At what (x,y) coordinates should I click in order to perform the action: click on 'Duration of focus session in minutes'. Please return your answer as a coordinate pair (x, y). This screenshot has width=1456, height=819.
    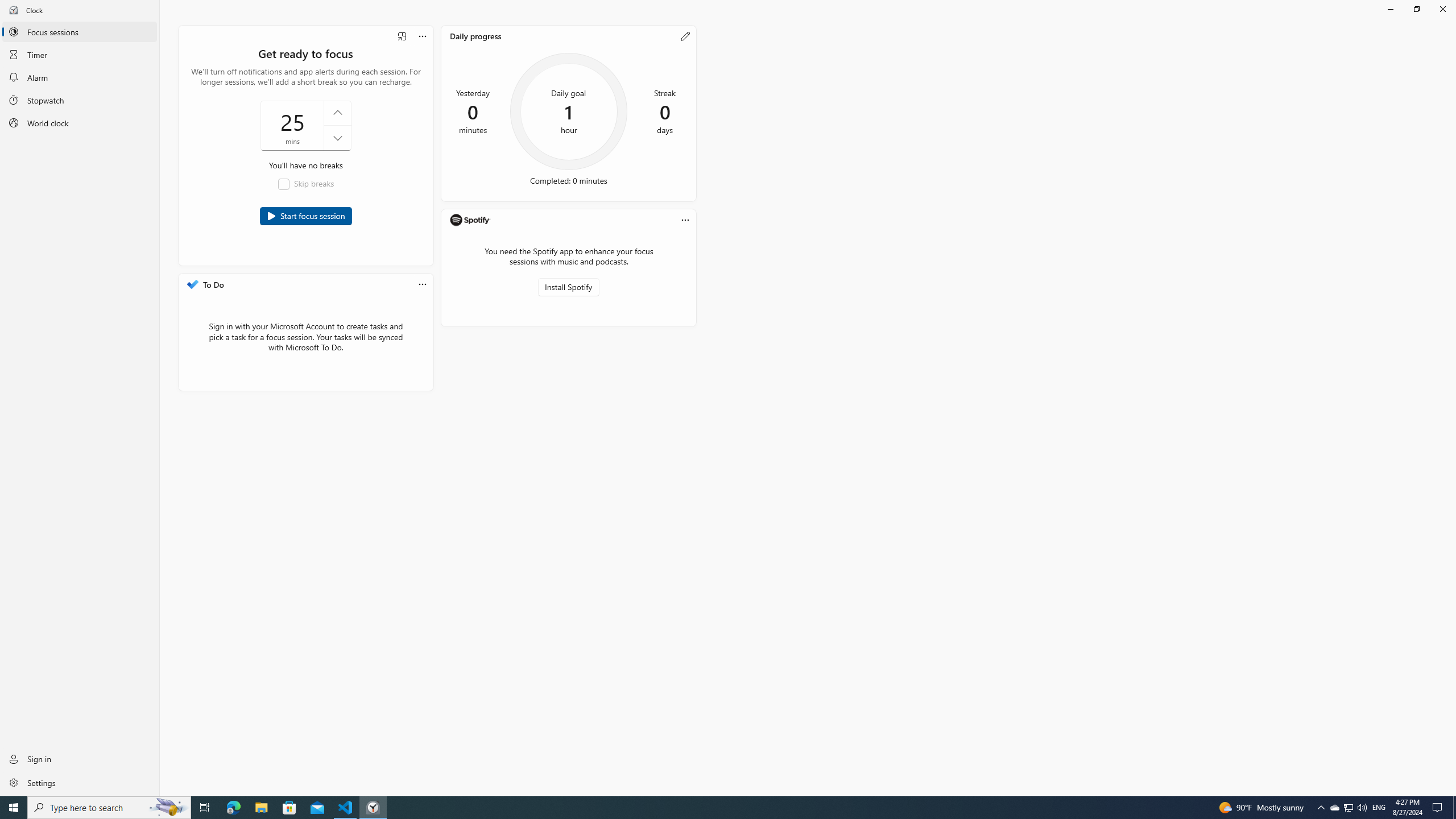
    Looking at the image, I should click on (305, 126).